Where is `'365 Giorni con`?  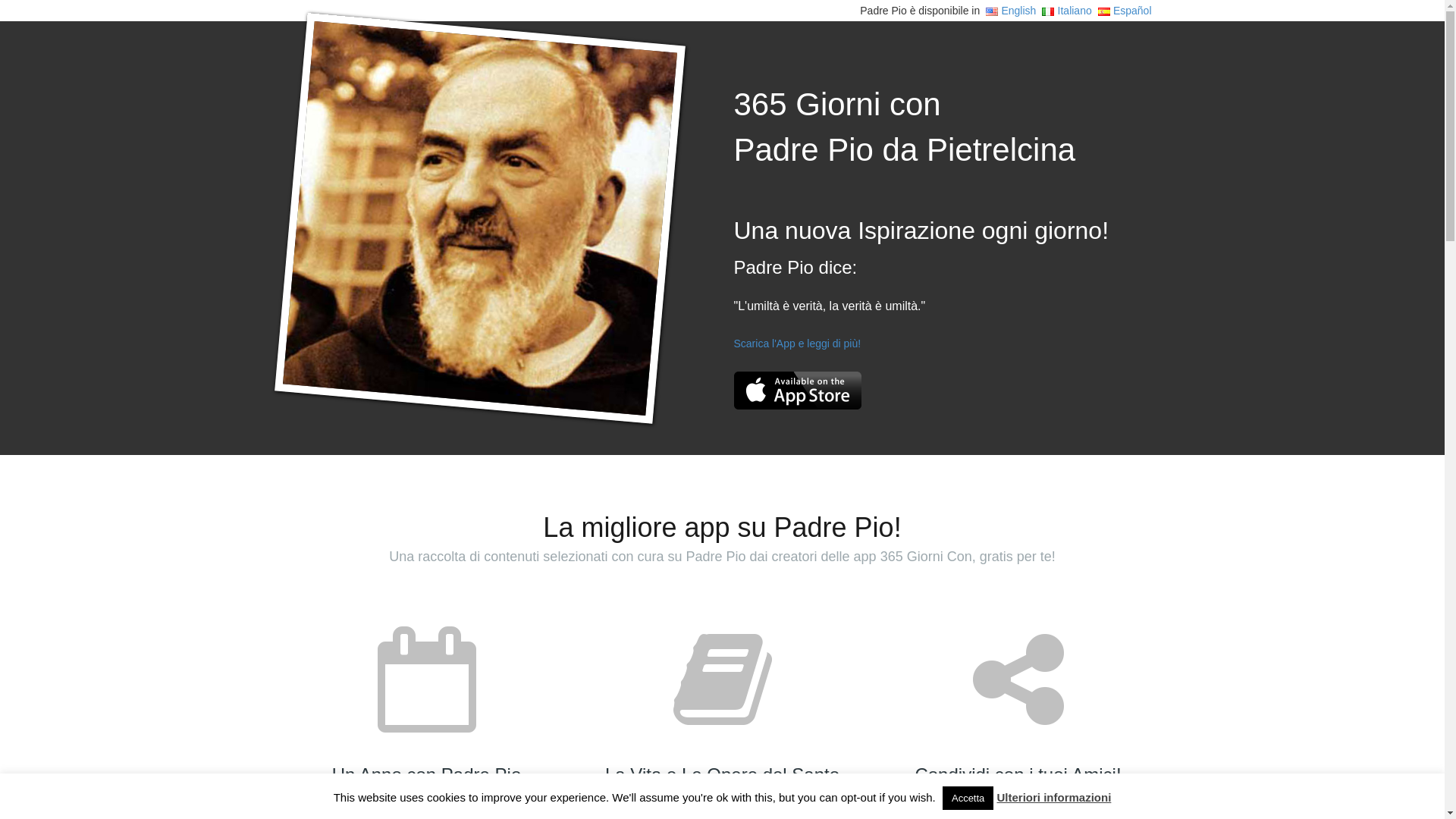
'365 Giorni con is located at coordinates (905, 127).